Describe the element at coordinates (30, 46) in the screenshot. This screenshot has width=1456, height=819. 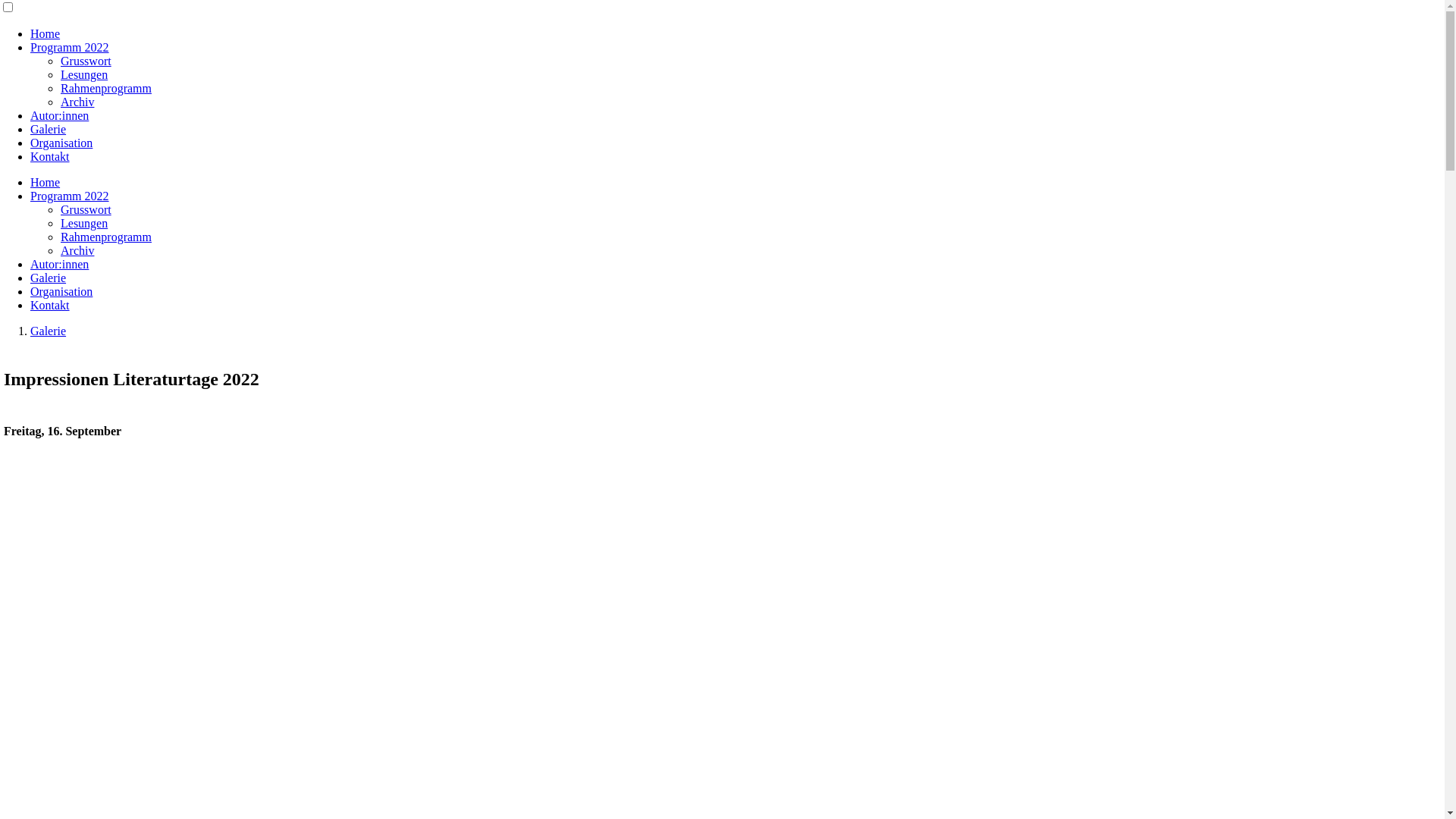
I see `'Programm 2022'` at that location.